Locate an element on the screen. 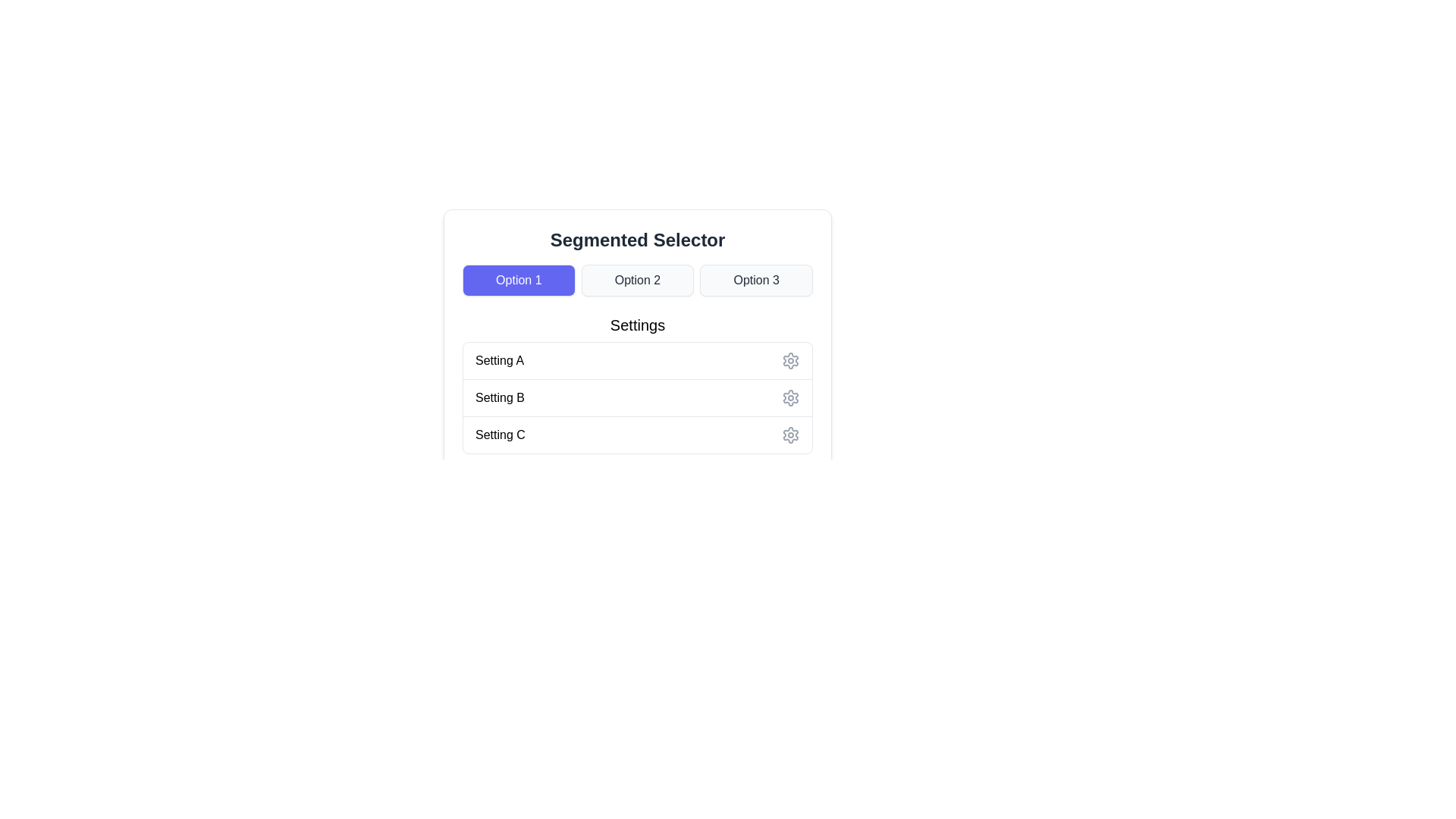  the third button in the segmented control labeled 'Option 3' located below the heading 'Segmented Selector' is located at coordinates (756, 281).